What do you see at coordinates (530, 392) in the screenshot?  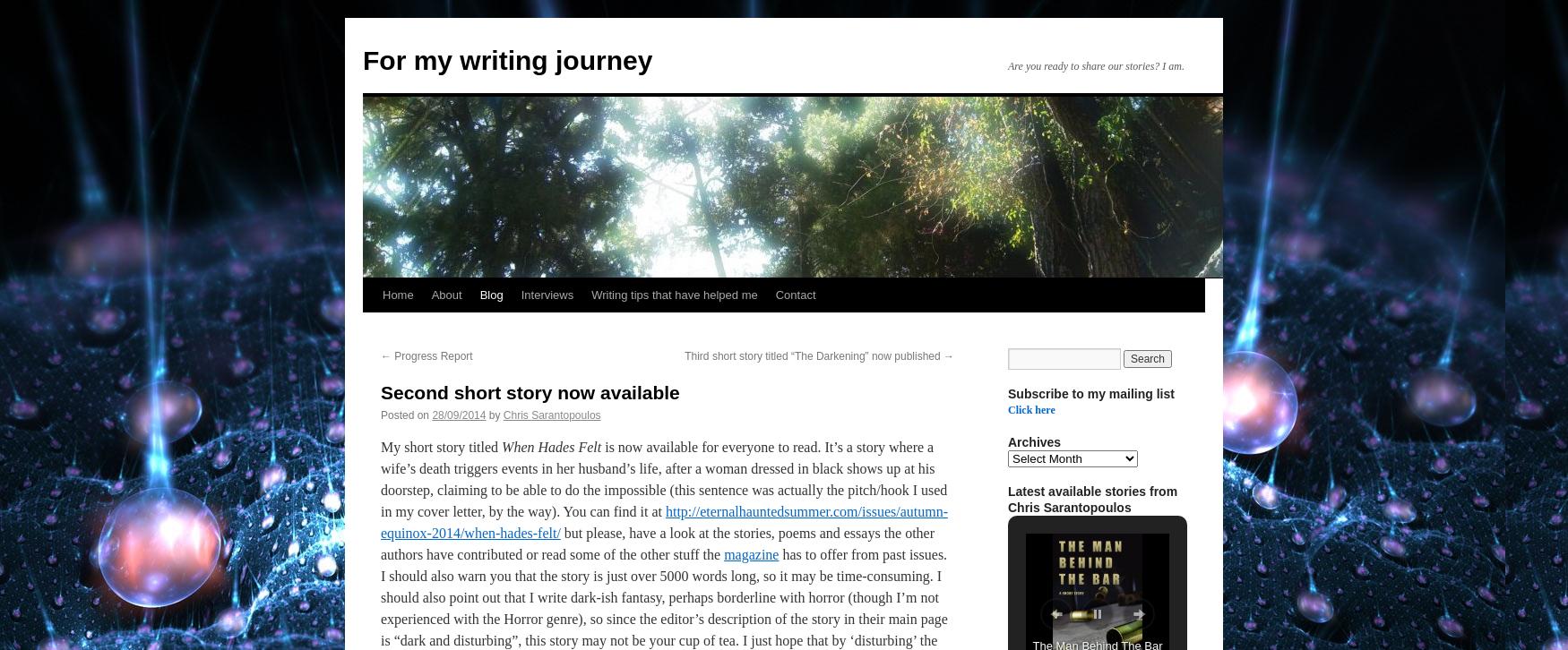 I see `'Second short story now available'` at bounding box center [530, 392].